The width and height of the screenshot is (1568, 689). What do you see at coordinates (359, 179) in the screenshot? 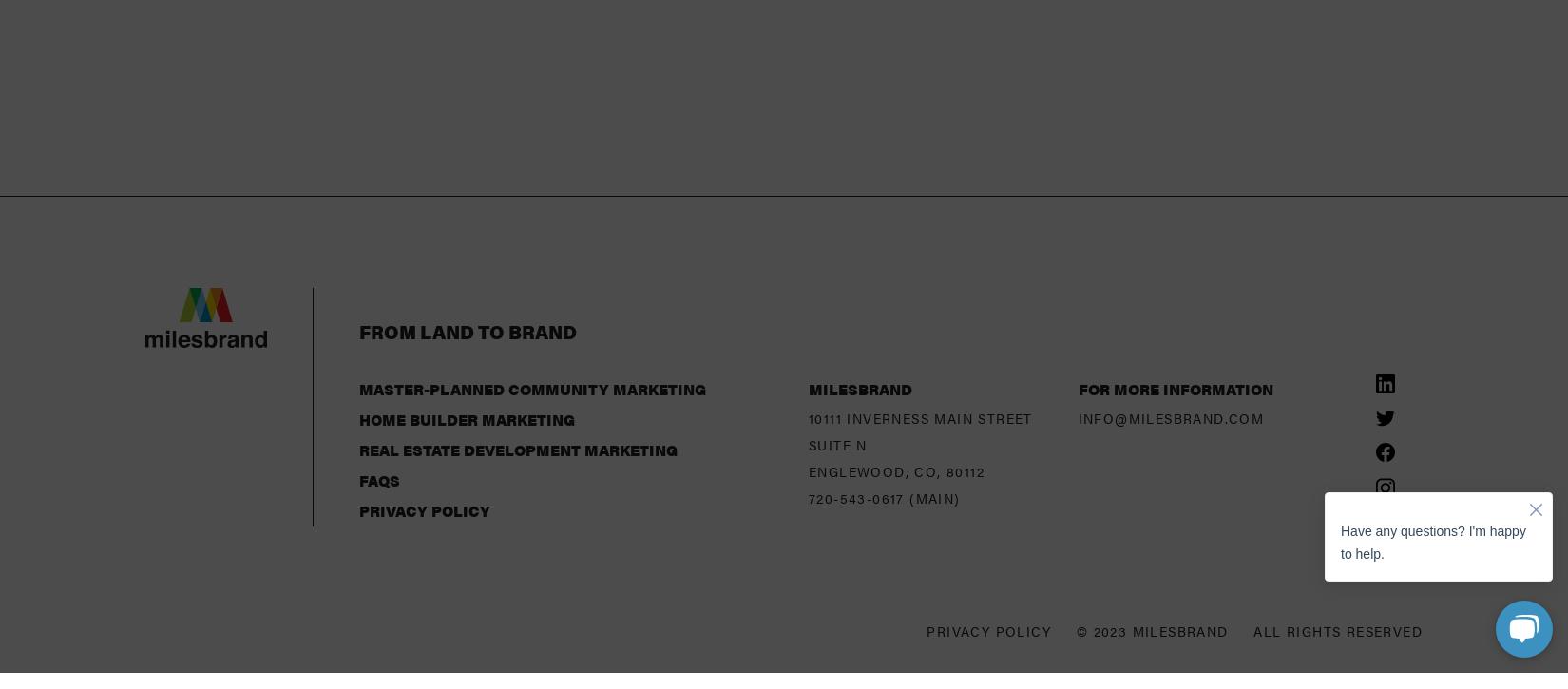
I see `'From Land to Brand'` at bounding box center [359, 179].